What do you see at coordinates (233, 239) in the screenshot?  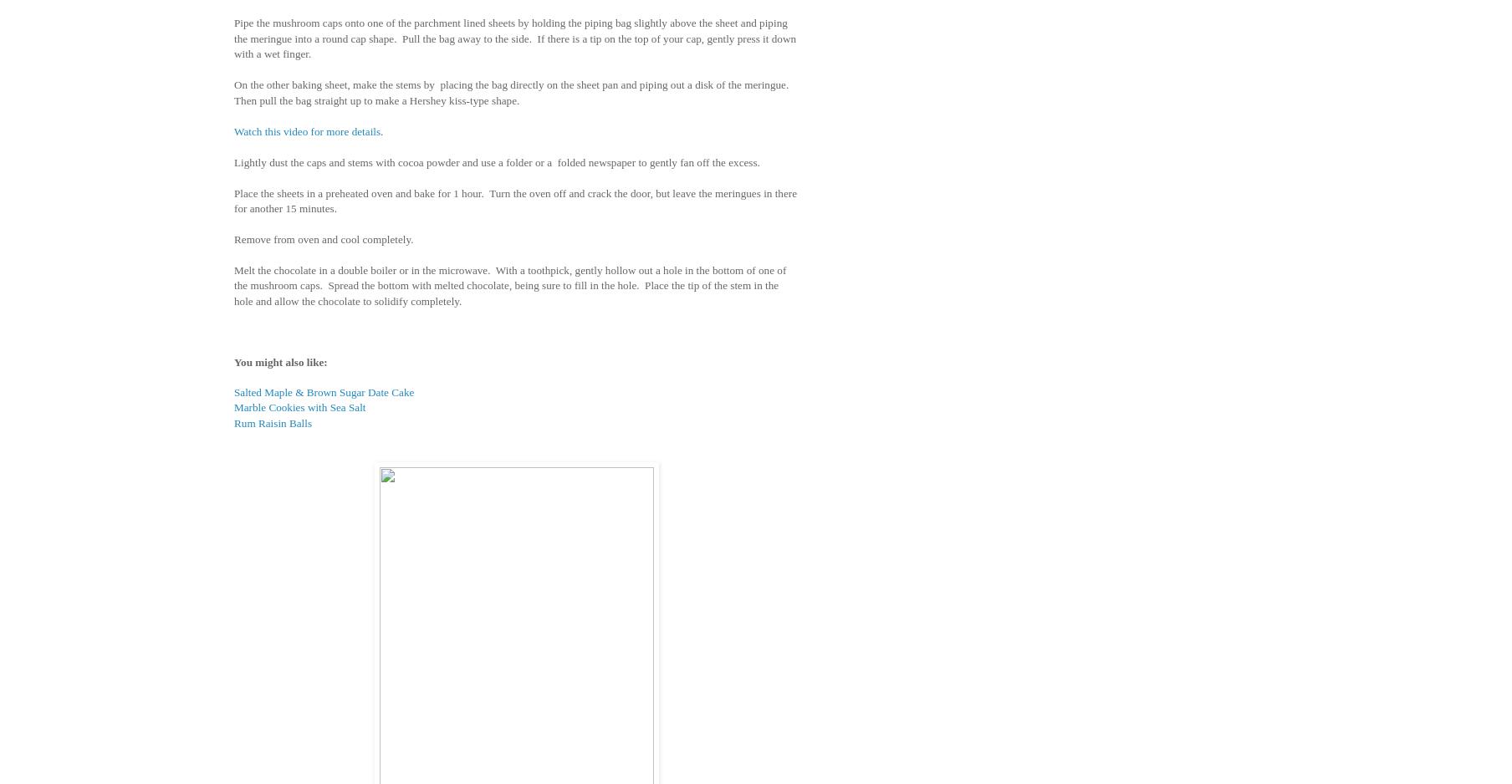 I see `'Remove from oven and cool completely.'` at bounding box center [233, 239].